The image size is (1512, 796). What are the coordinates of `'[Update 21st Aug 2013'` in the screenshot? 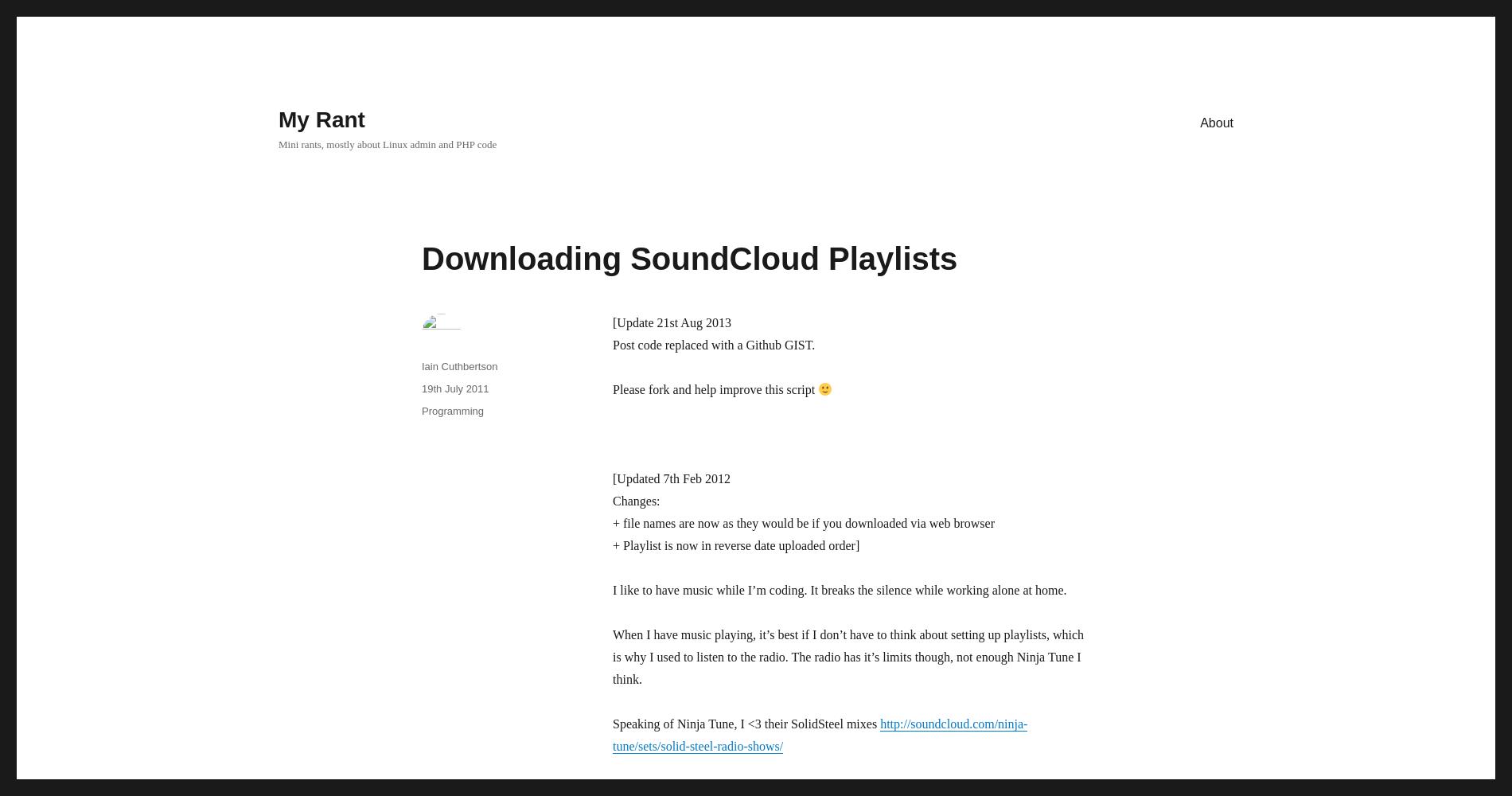 It's located at (670, 322).